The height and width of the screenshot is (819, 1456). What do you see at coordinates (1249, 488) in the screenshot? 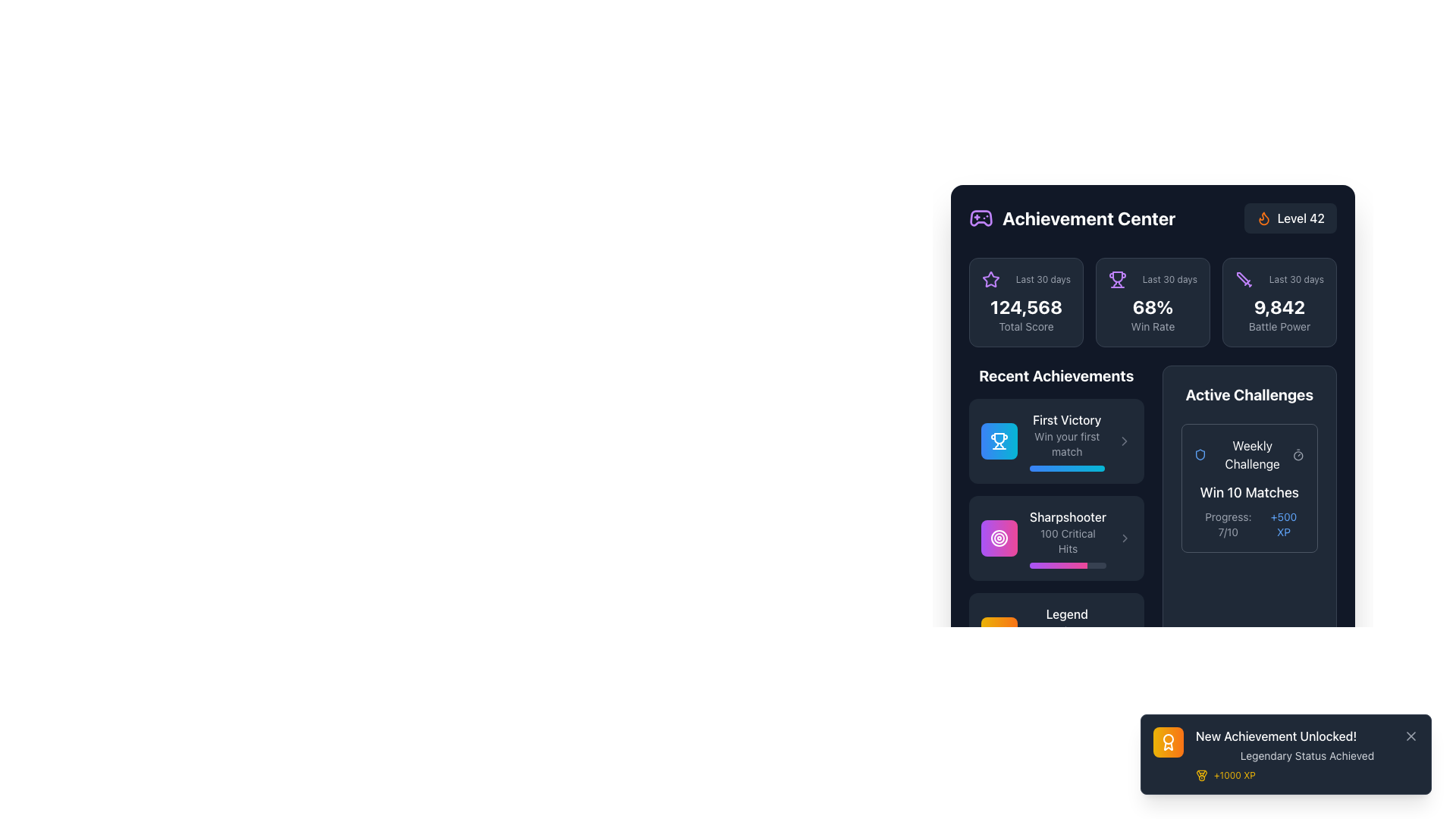
I see `the weekly challenge card displaying 'Win 10 Matches'` at bounding box center [1249, 488].